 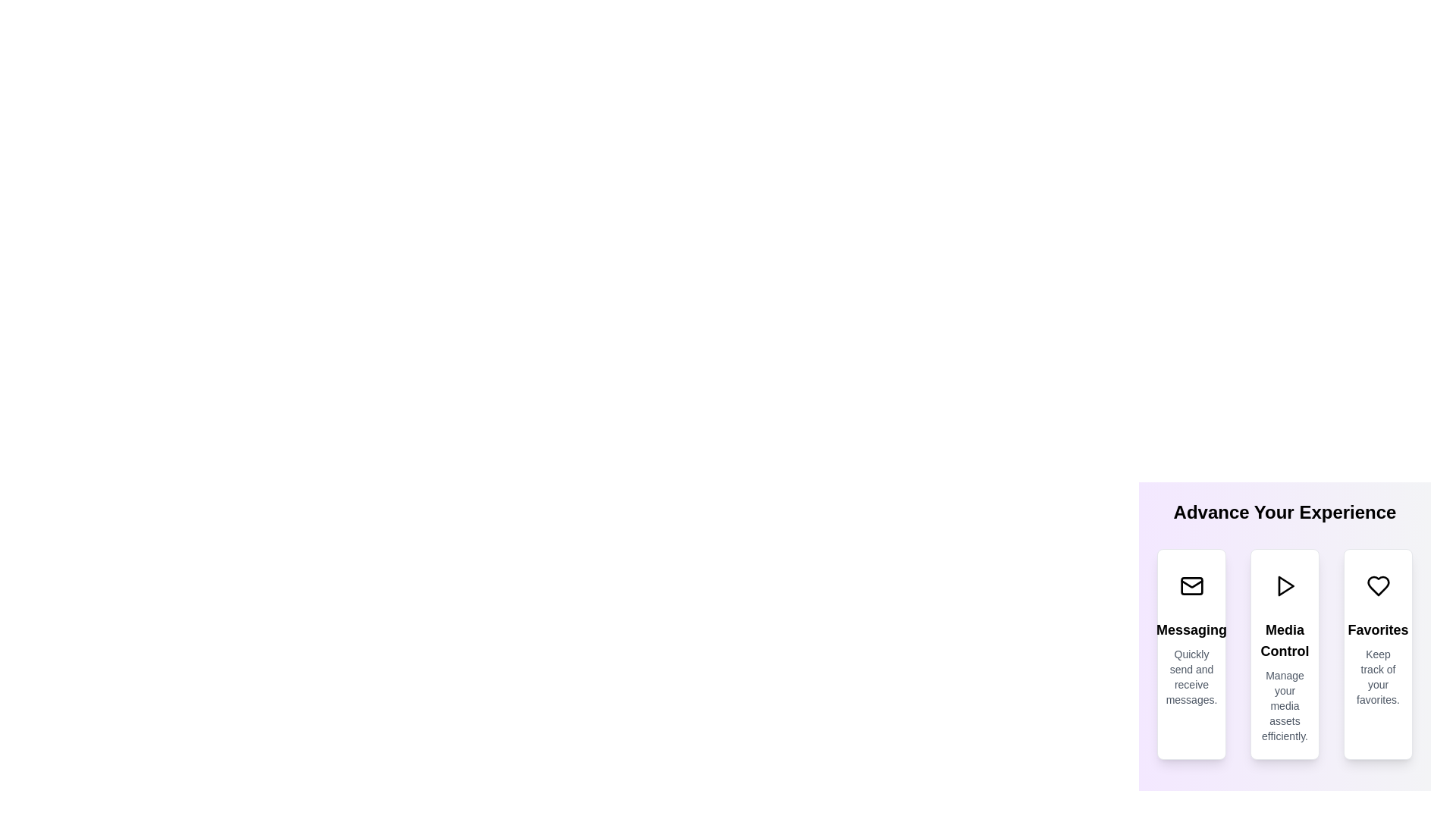 I want to click on the Informational Card located in the first column of the grid layout, positioned above 'Media Control' and 'Favorites', so click(x=1191, y=654).